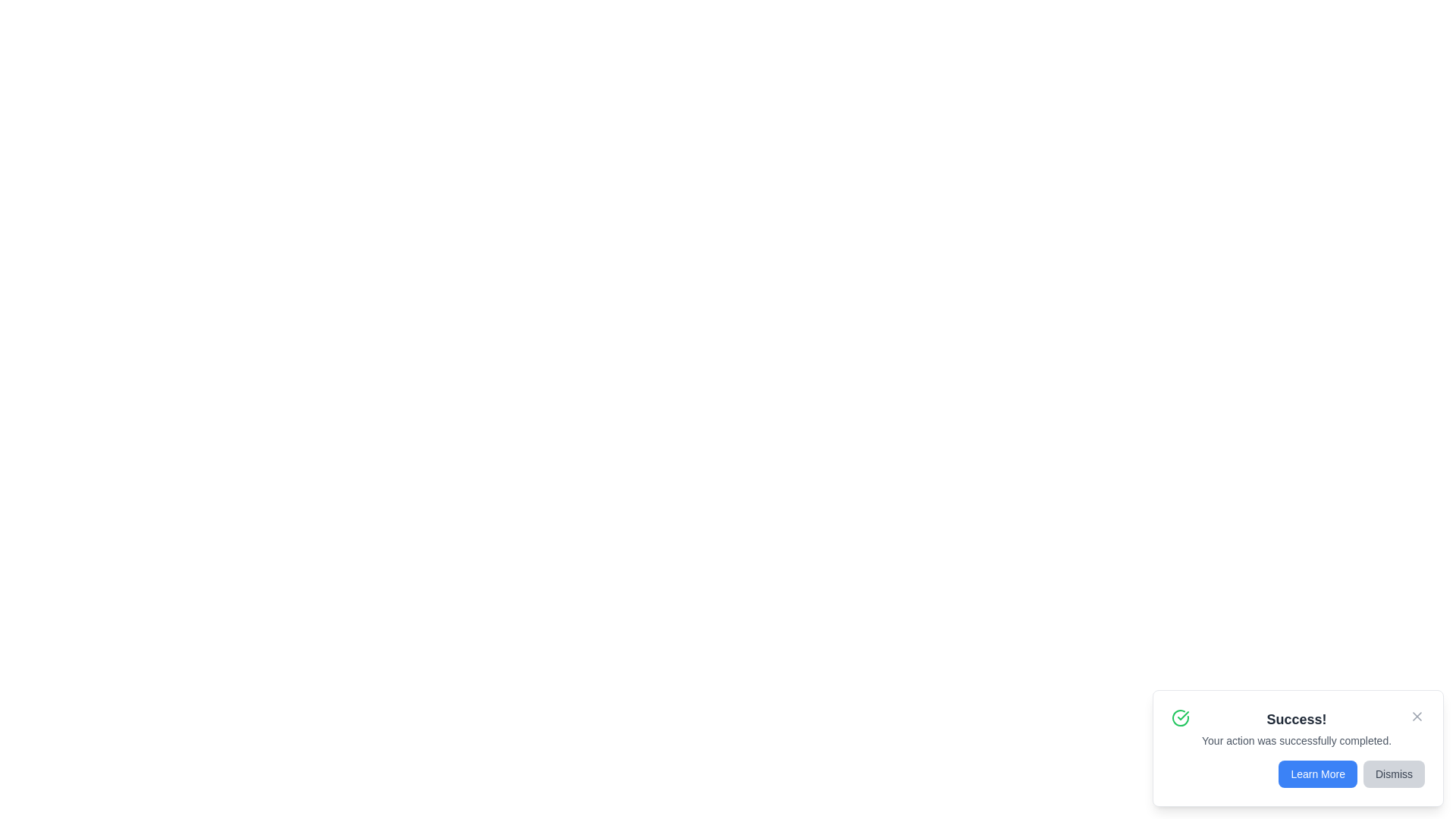  Describe the element at coordinates (1179, 717) in the screenshot. I see `the success icon to interact with it` at that location.